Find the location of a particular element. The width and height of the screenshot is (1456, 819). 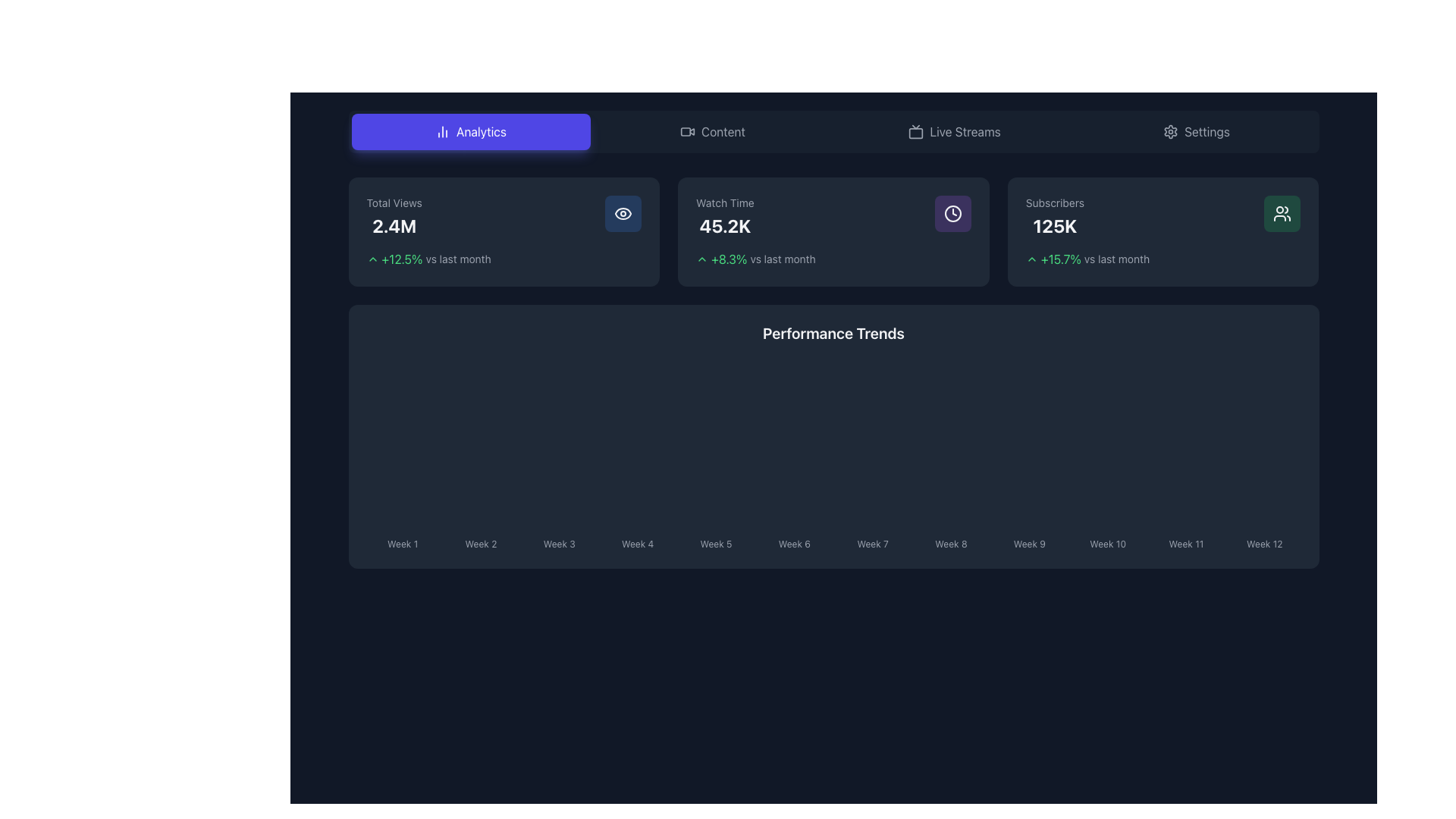

the eighth week label, which identifies the week represented in the chart and is centrally aligned beneath the 'Performance Trends' title is located at coordinates (950, 540).